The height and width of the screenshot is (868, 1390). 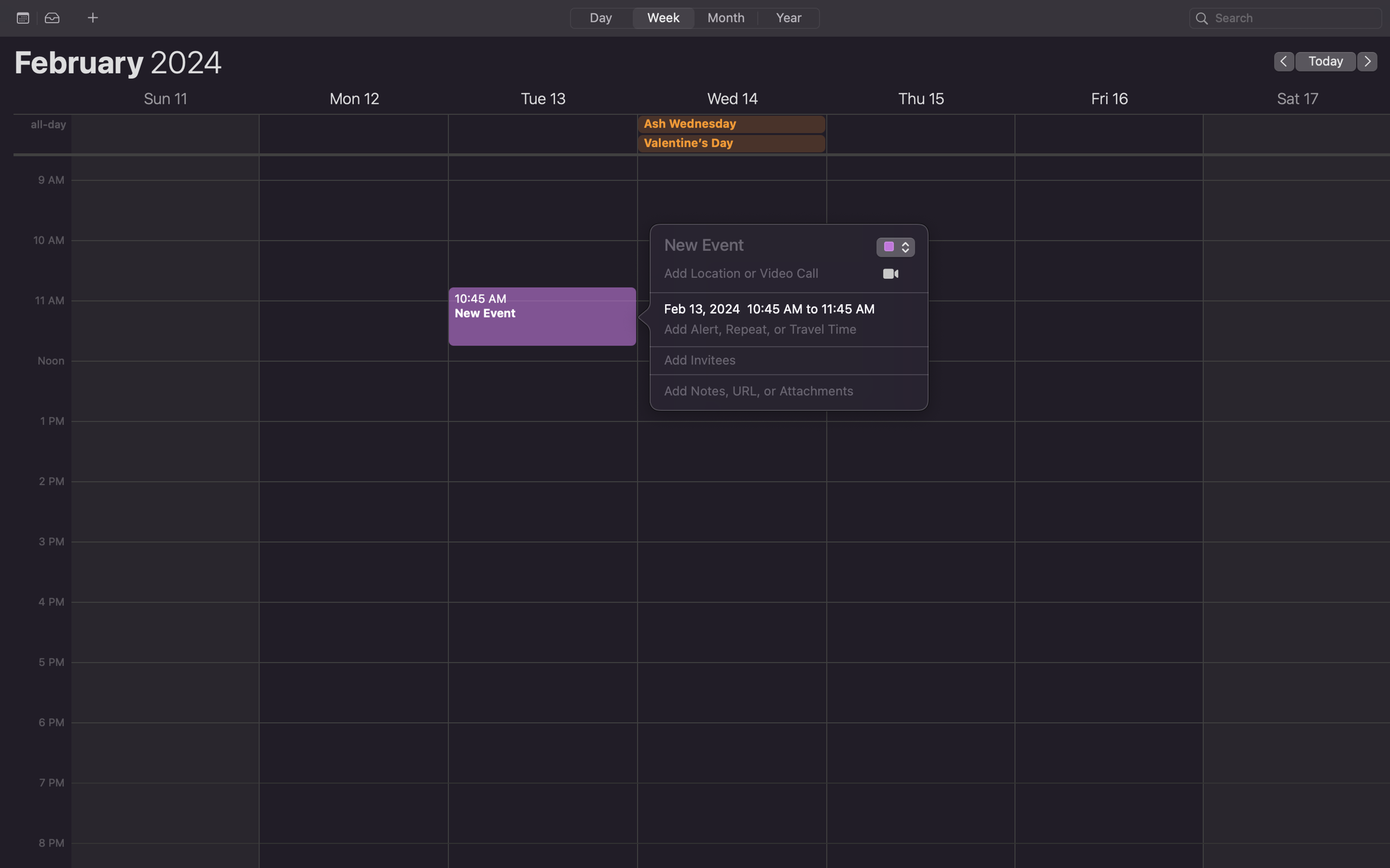 What do you see at coordinates (887, 249) in the screenshot?
I see `Input "Birthday Party" as the event type` at bounding box center [887, 249].